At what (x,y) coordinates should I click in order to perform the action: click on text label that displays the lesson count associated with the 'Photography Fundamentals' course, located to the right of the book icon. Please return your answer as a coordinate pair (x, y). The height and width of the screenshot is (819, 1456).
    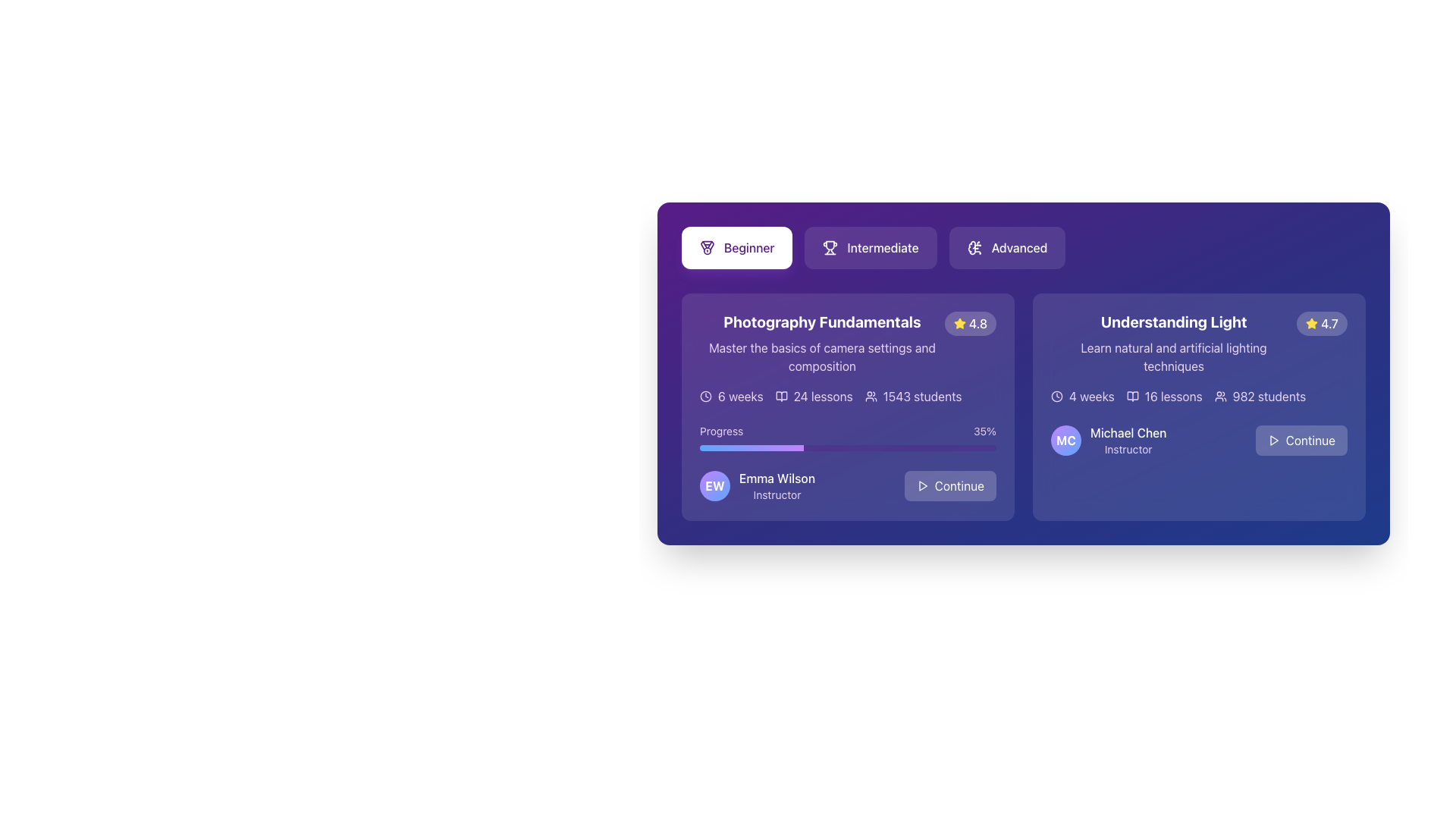
    Looking at the image, I should click on (822, 396).